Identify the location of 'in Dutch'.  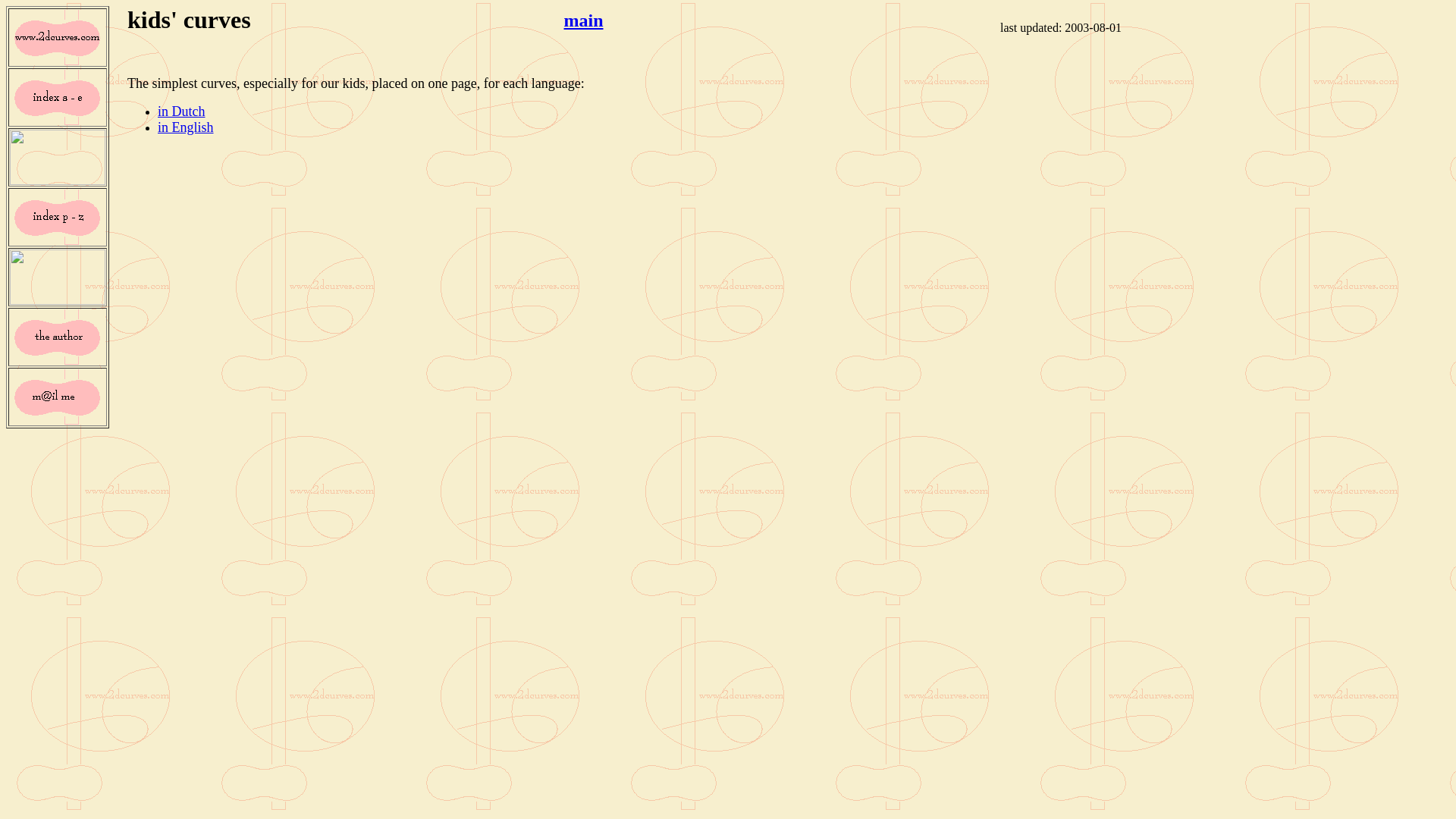
(157, 111).